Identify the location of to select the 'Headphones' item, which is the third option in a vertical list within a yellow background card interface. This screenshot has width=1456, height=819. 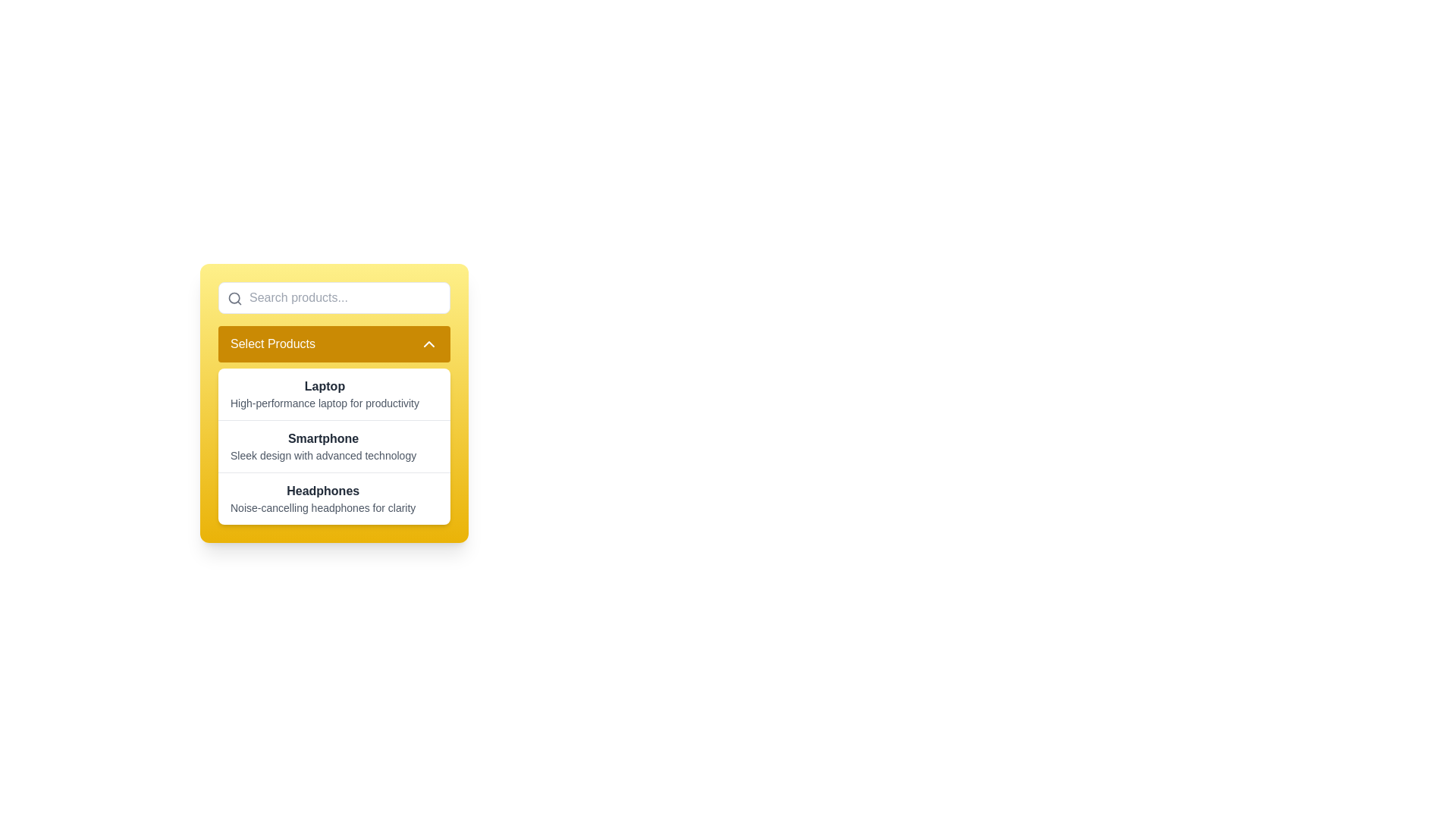
(334, 497).